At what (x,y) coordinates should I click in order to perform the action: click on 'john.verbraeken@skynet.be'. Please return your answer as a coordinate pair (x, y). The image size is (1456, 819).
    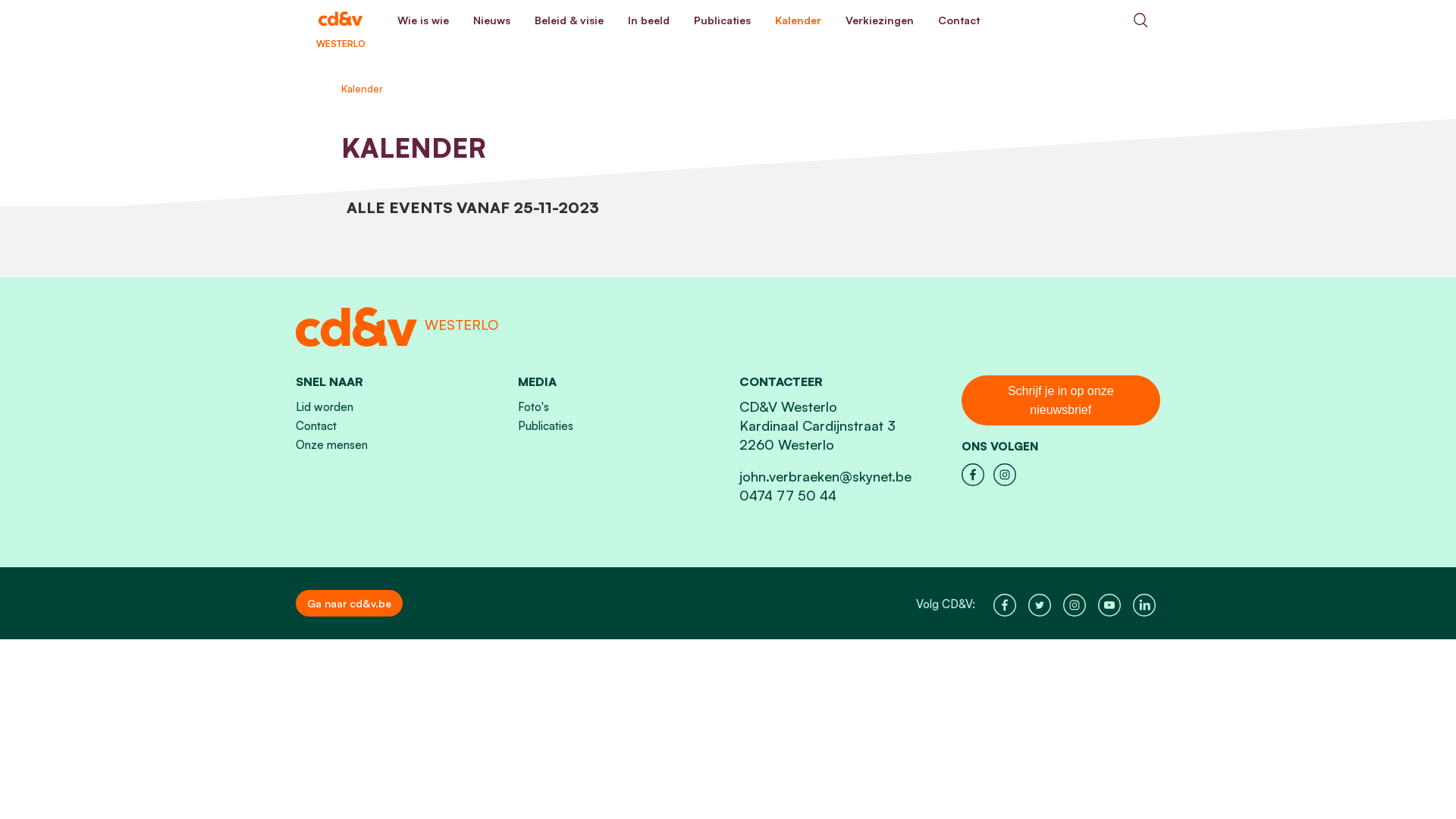
    Looking at the image, I should click on (824, 475).